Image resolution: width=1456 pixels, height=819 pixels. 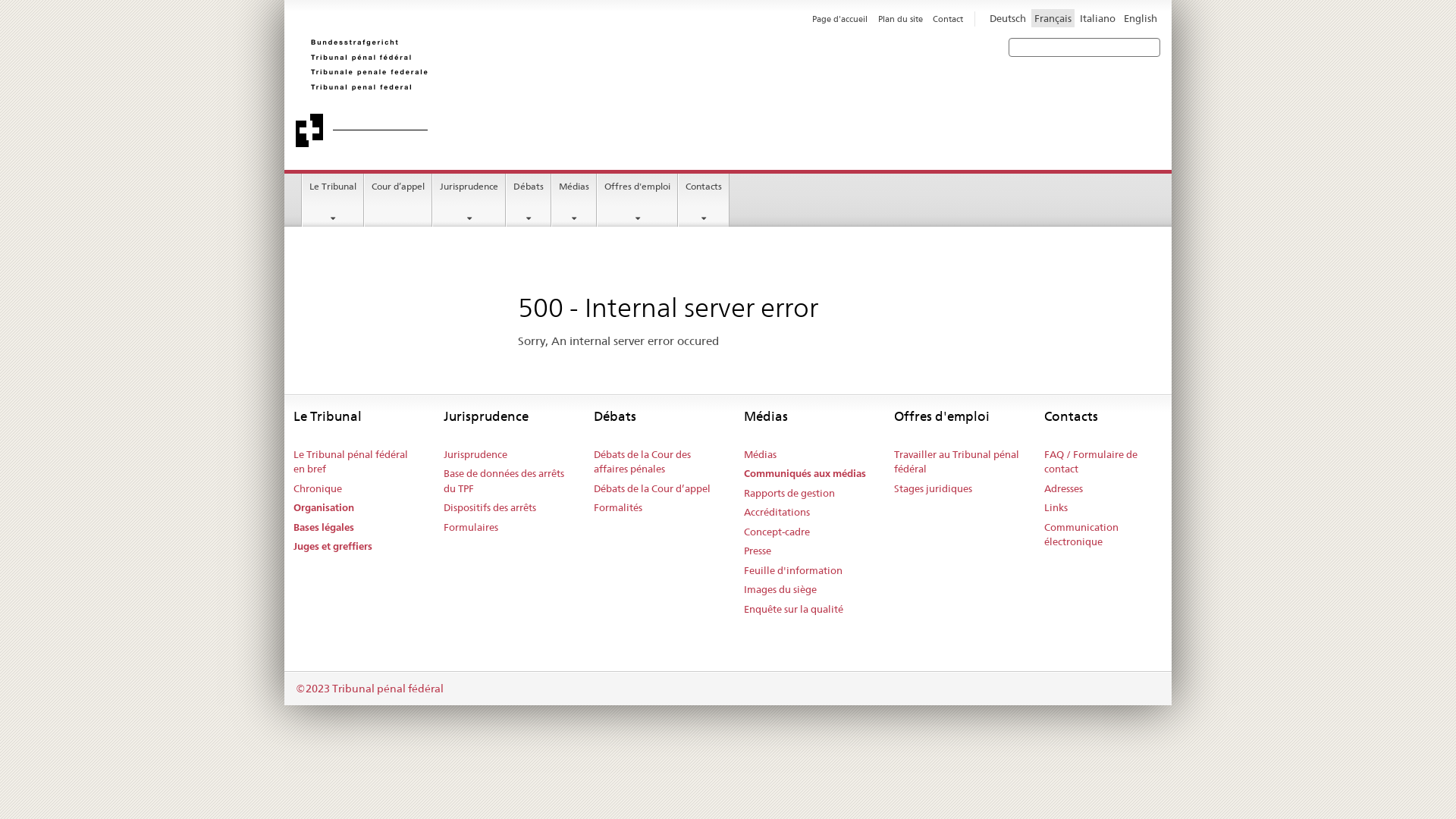 I want to click on 'Links', so click(x=1043, y=508).